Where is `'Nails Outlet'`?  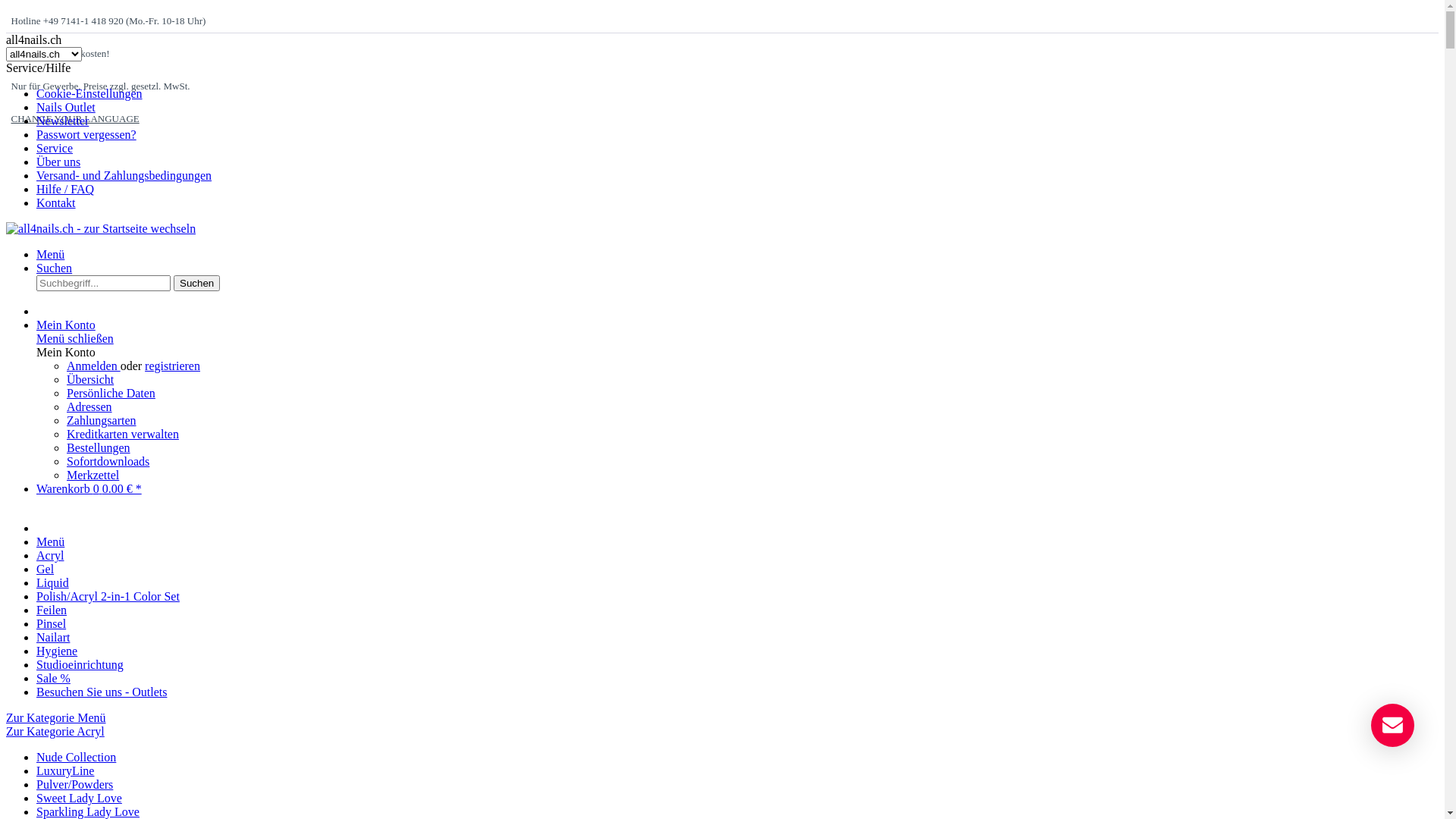 'Nails Outlet' is located at coordinates (64, 106).